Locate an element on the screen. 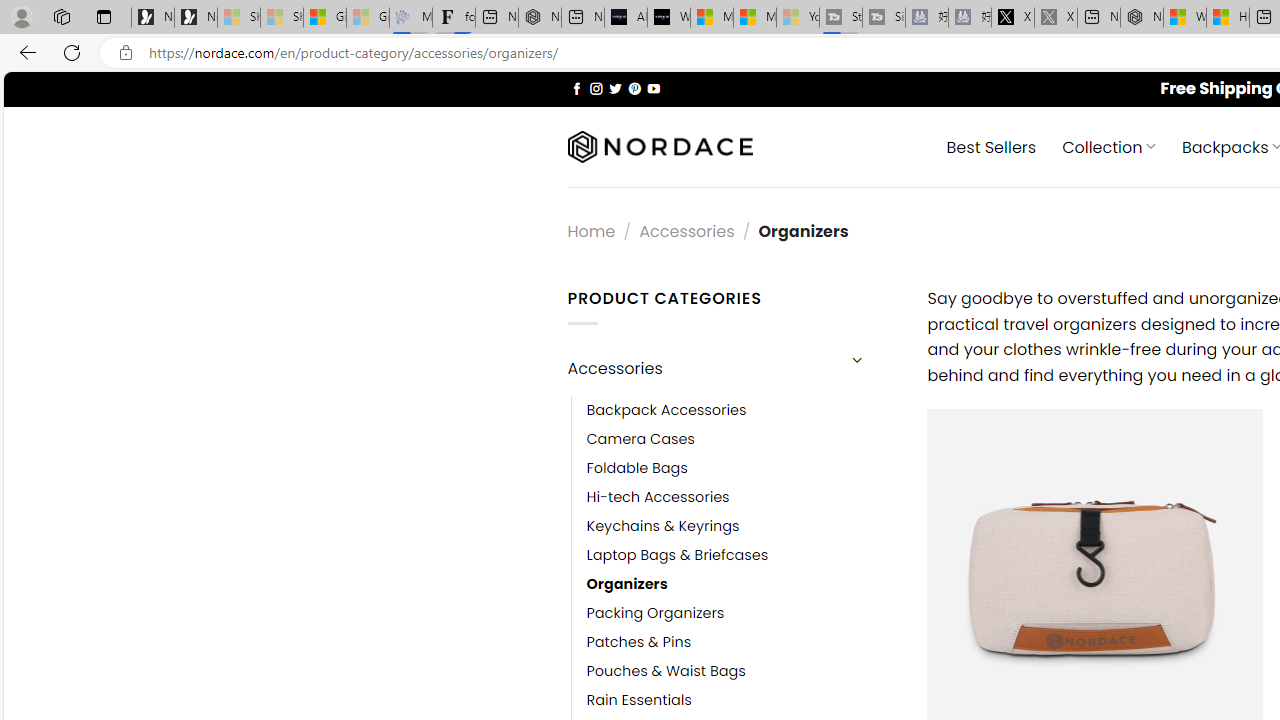 Image resolution: width=1280 pixels, height=720 pixels. 'X - Sleeping' is located at coordinates (1055, 17).